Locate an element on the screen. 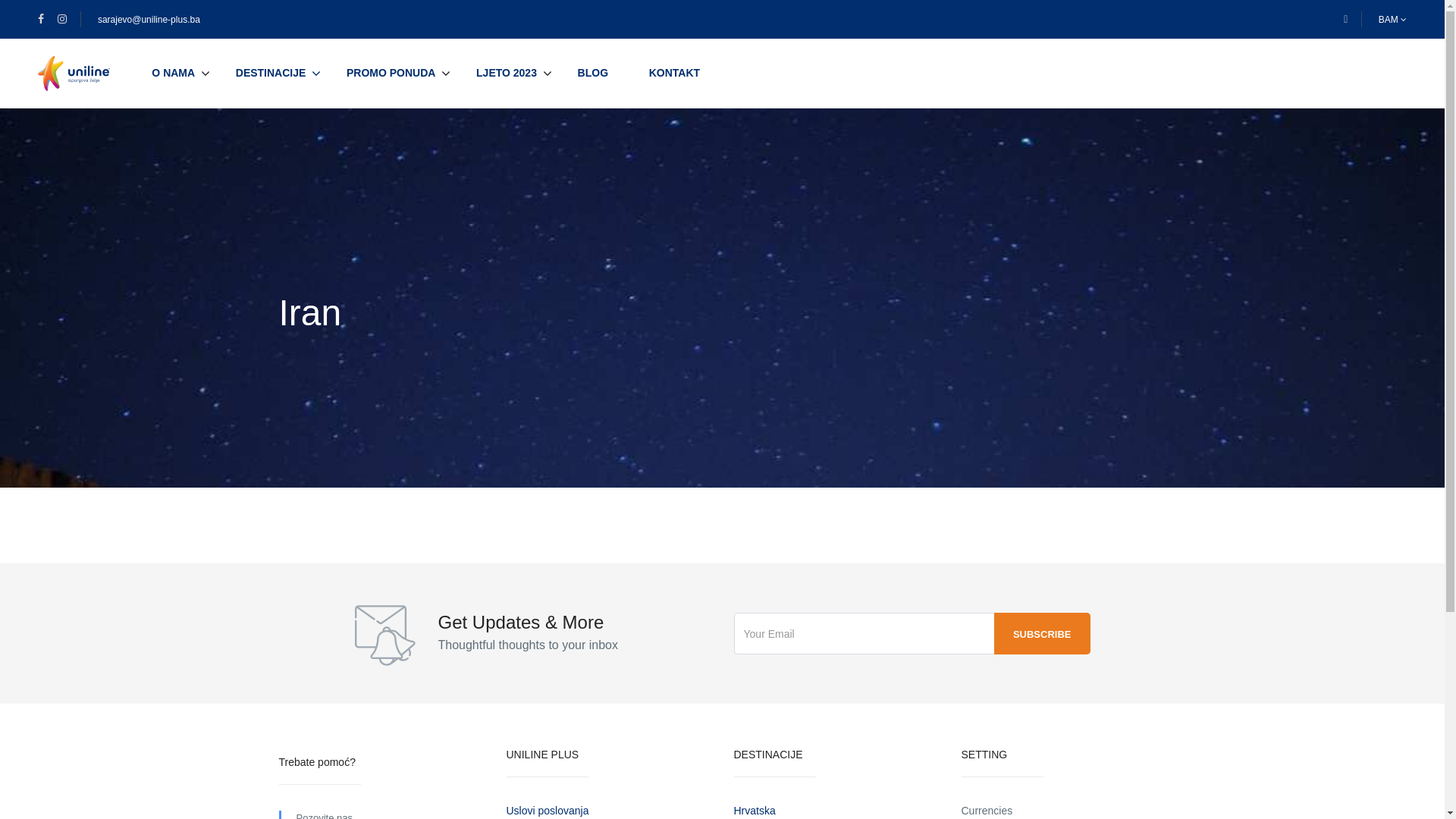  'BLOG' is located at coordinates (592, 73).